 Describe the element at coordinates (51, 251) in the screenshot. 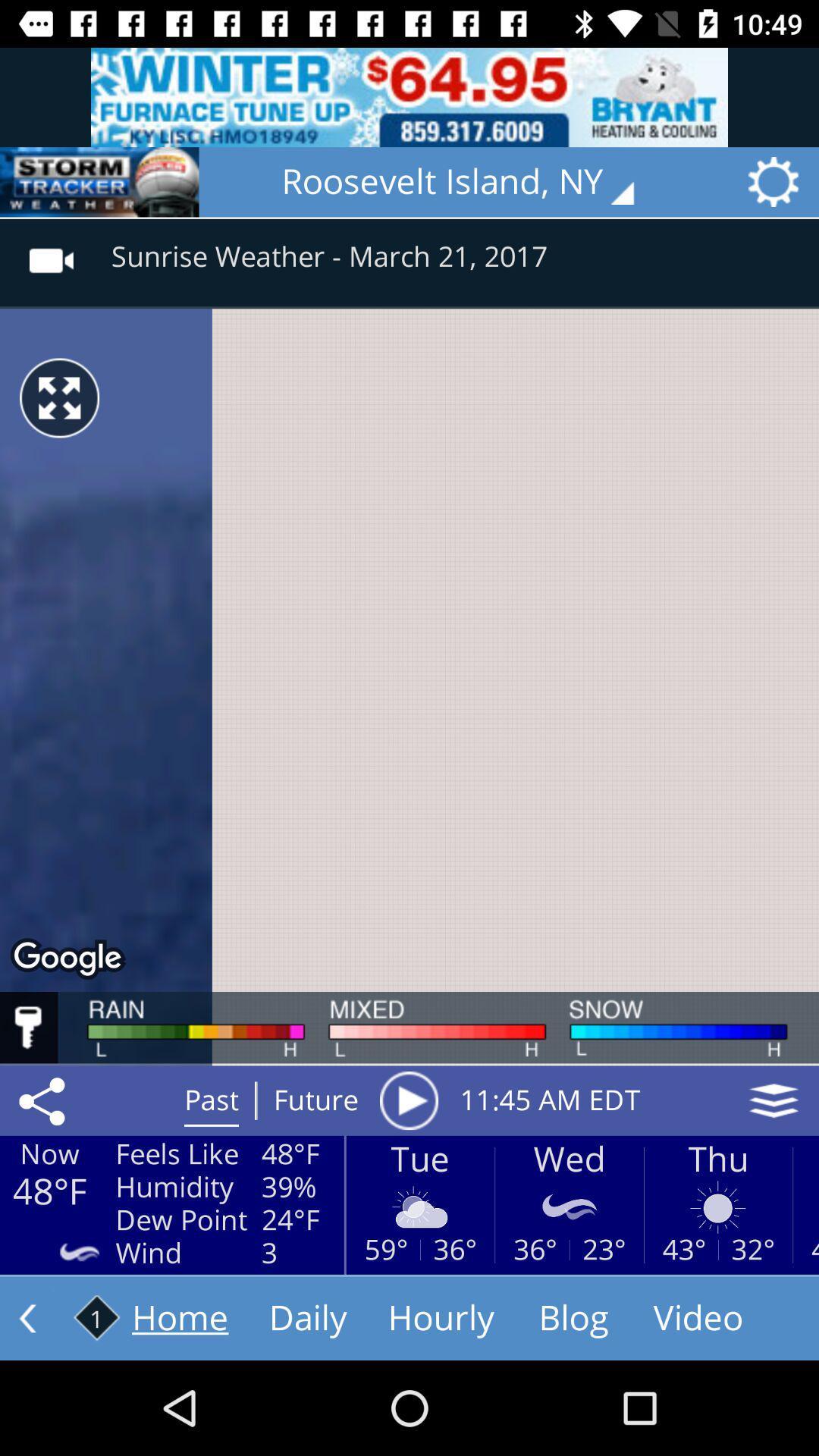

I see `the video icon` at that location.